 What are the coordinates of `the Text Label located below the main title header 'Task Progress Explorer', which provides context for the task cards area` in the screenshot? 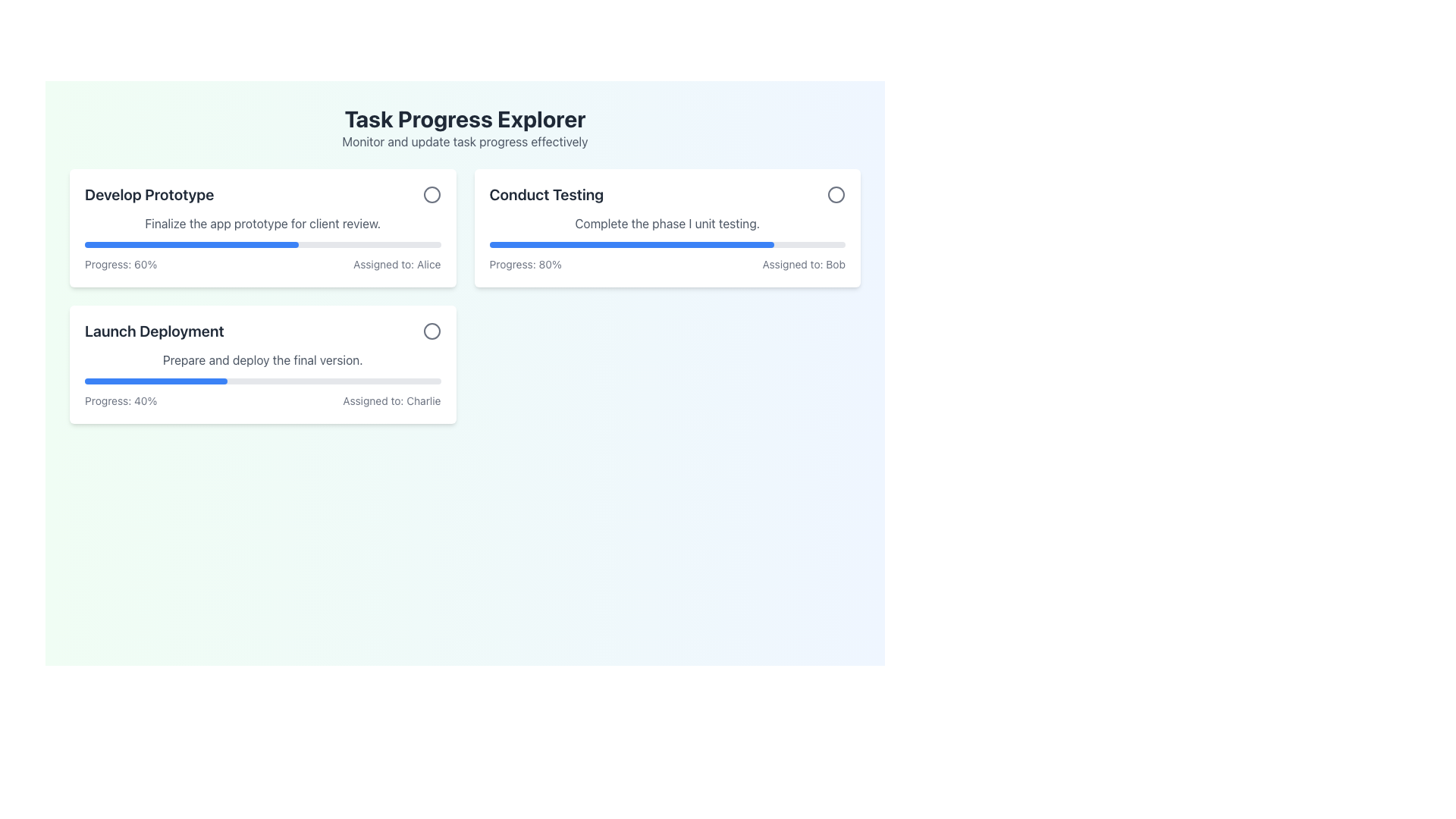 It's located at (464, 141).